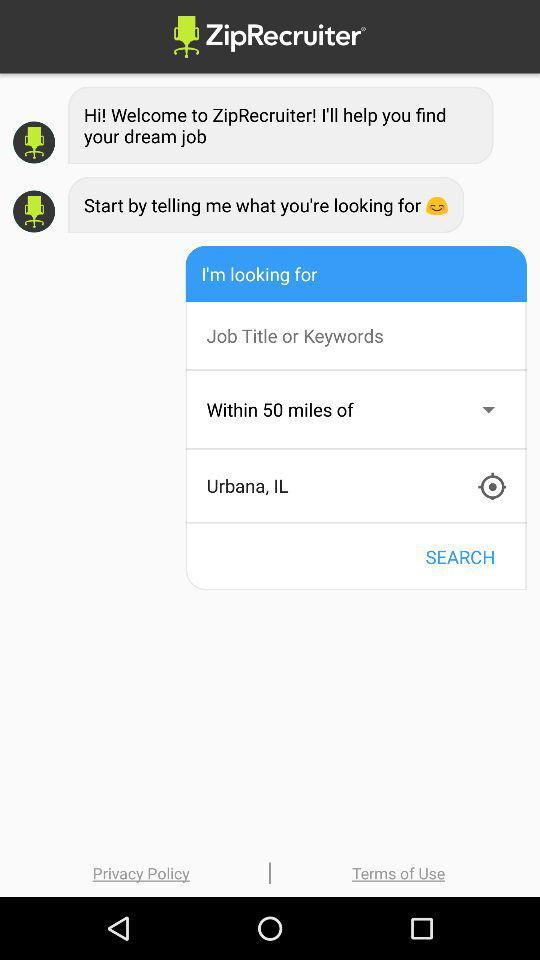 This screenshot has height=960, width=540. I want to click on search box, so click(365, 335).